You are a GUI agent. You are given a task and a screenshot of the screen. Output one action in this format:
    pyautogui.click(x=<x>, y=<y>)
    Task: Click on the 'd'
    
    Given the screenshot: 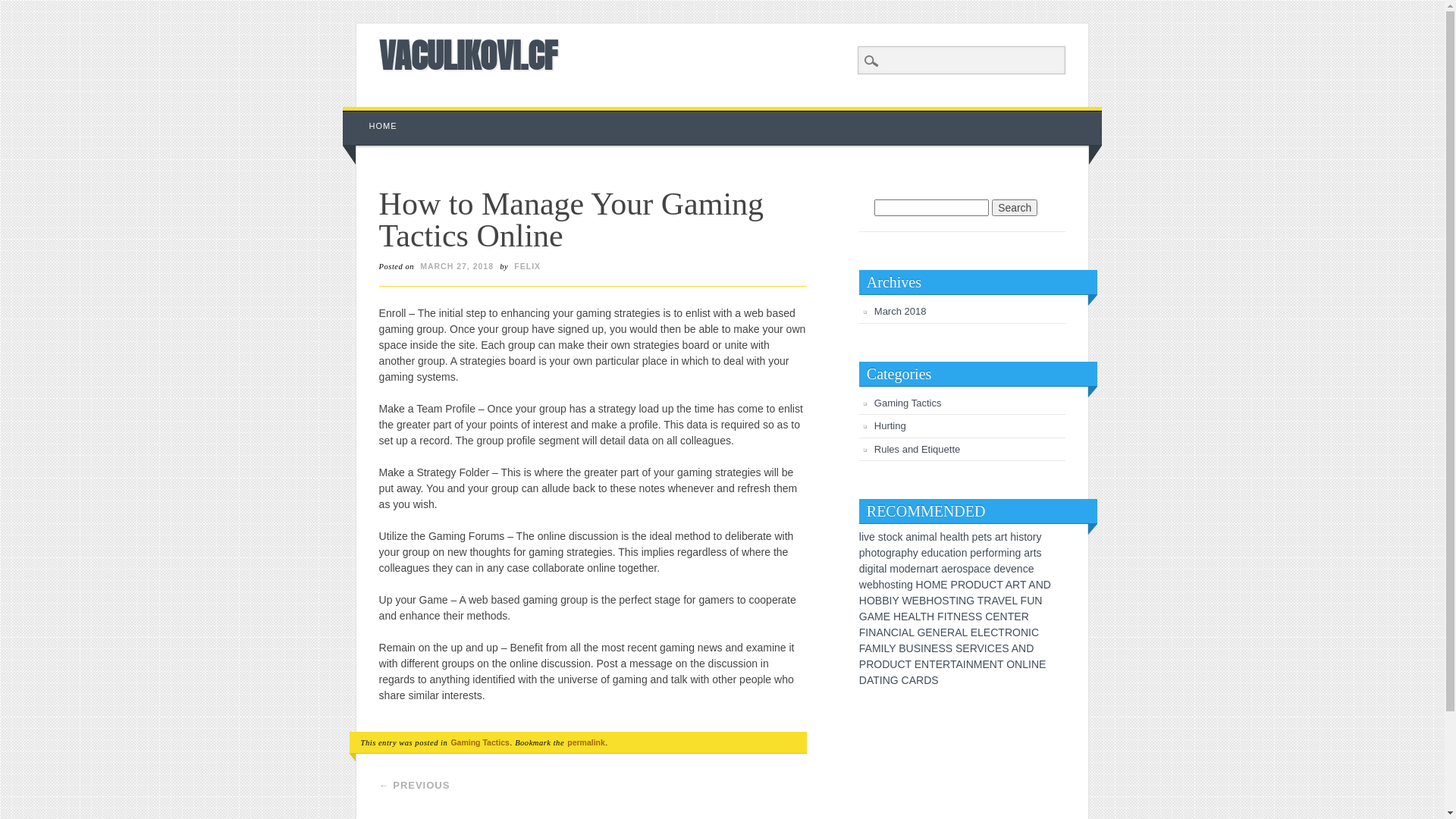 What is the action you would take?
    pyautogui.click(x=905, y=568)
    